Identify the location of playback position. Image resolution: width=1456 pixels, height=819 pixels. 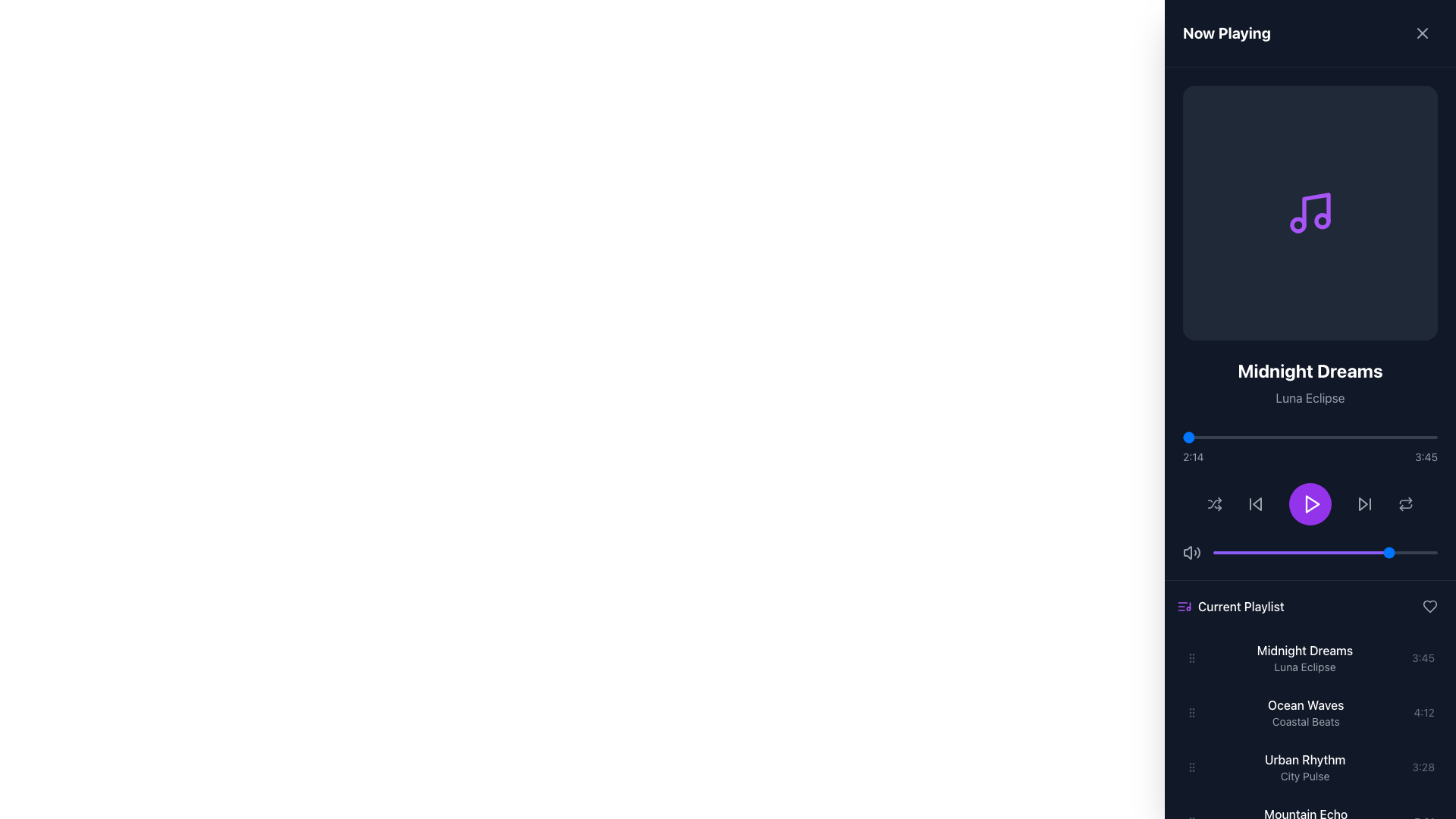
(1363, 438).